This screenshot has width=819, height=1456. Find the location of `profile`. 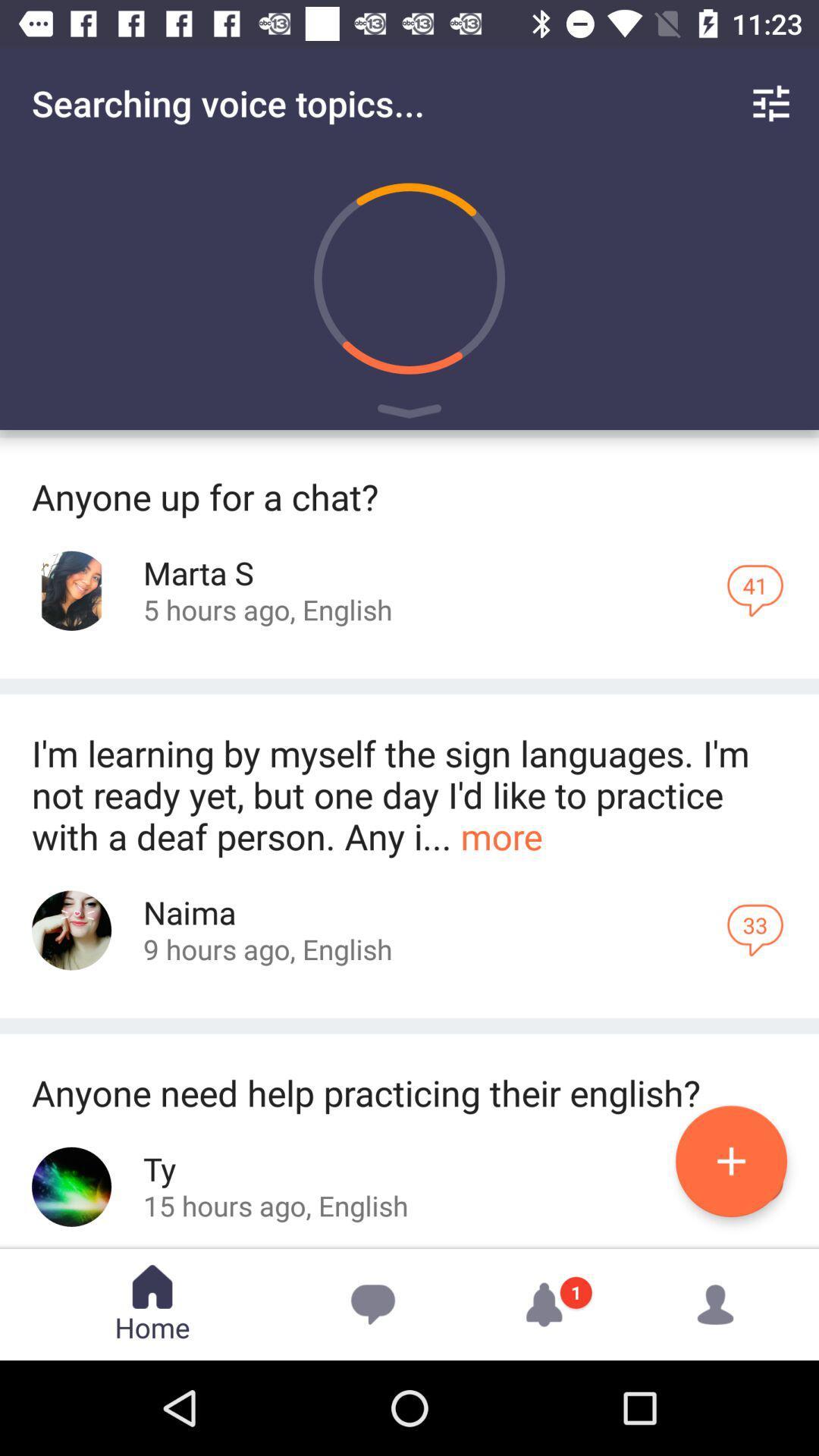

profile is located at coordinates (71, 1186).